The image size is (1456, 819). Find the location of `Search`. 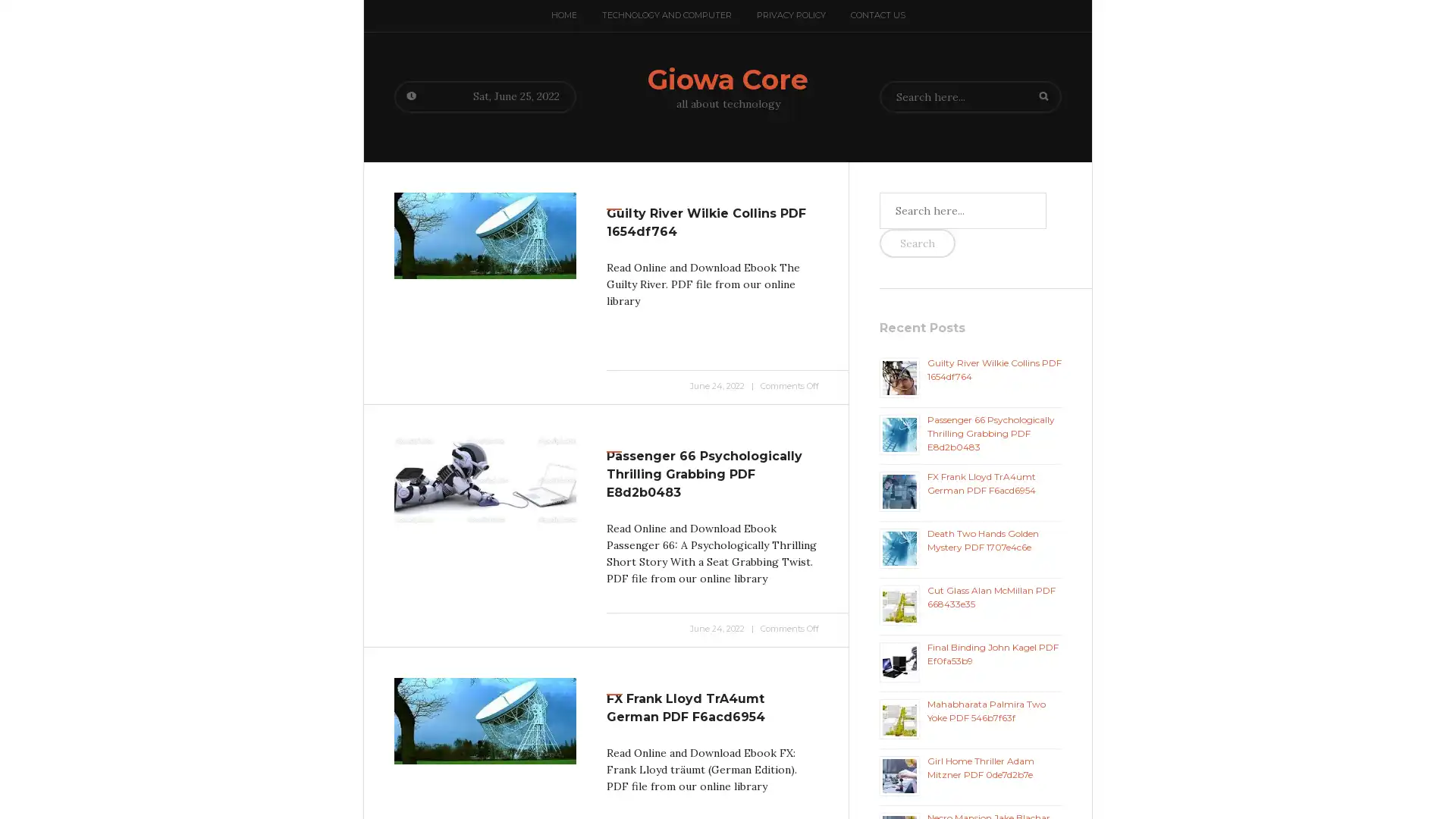

Search is located at coordinates (1030, 96).